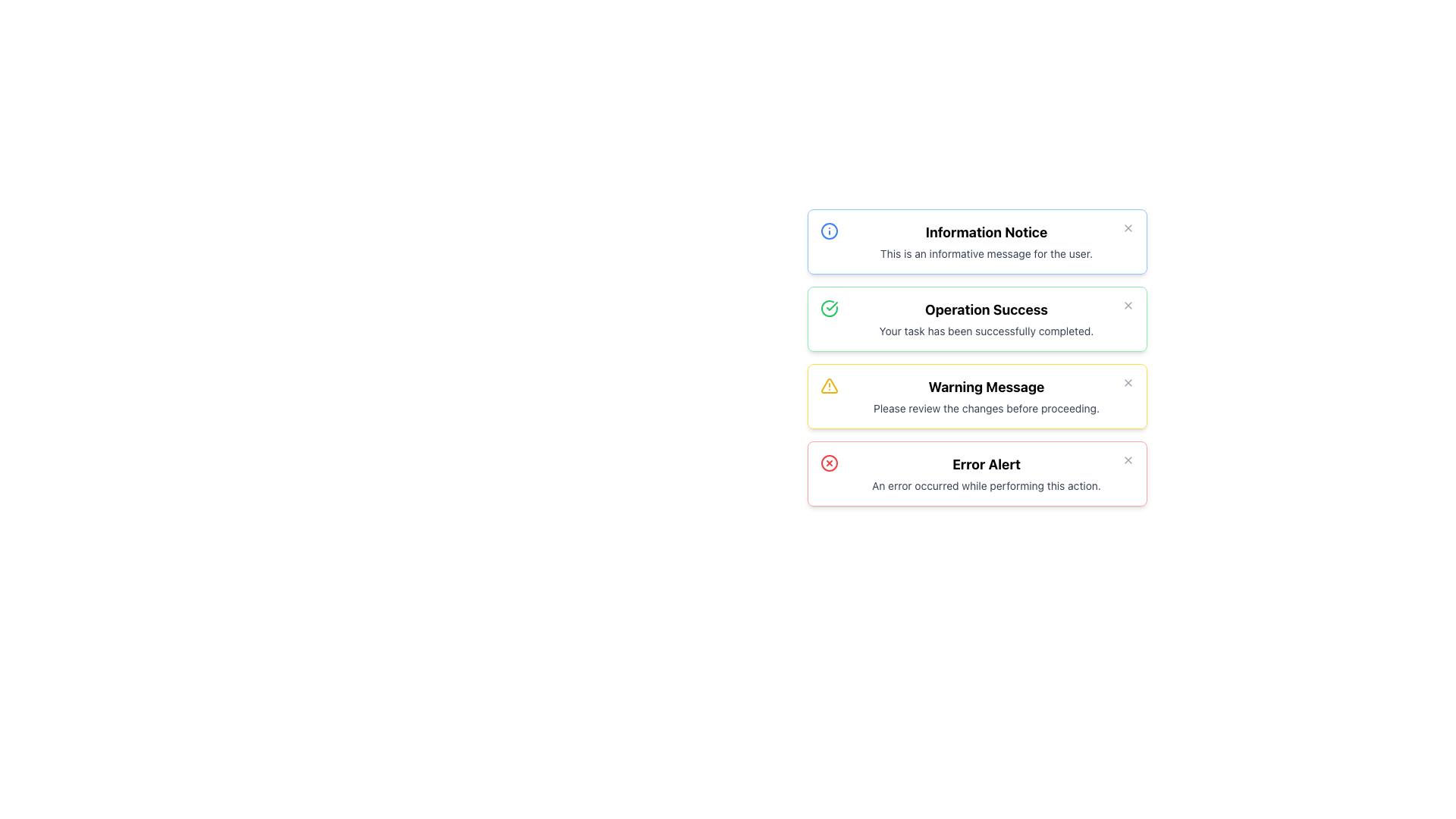  Describe the element at coordinates (1128, 305) in the screenshot. I see `the close button located at the top-right corner of the green-highlighted success notification card to change its color` at that location.